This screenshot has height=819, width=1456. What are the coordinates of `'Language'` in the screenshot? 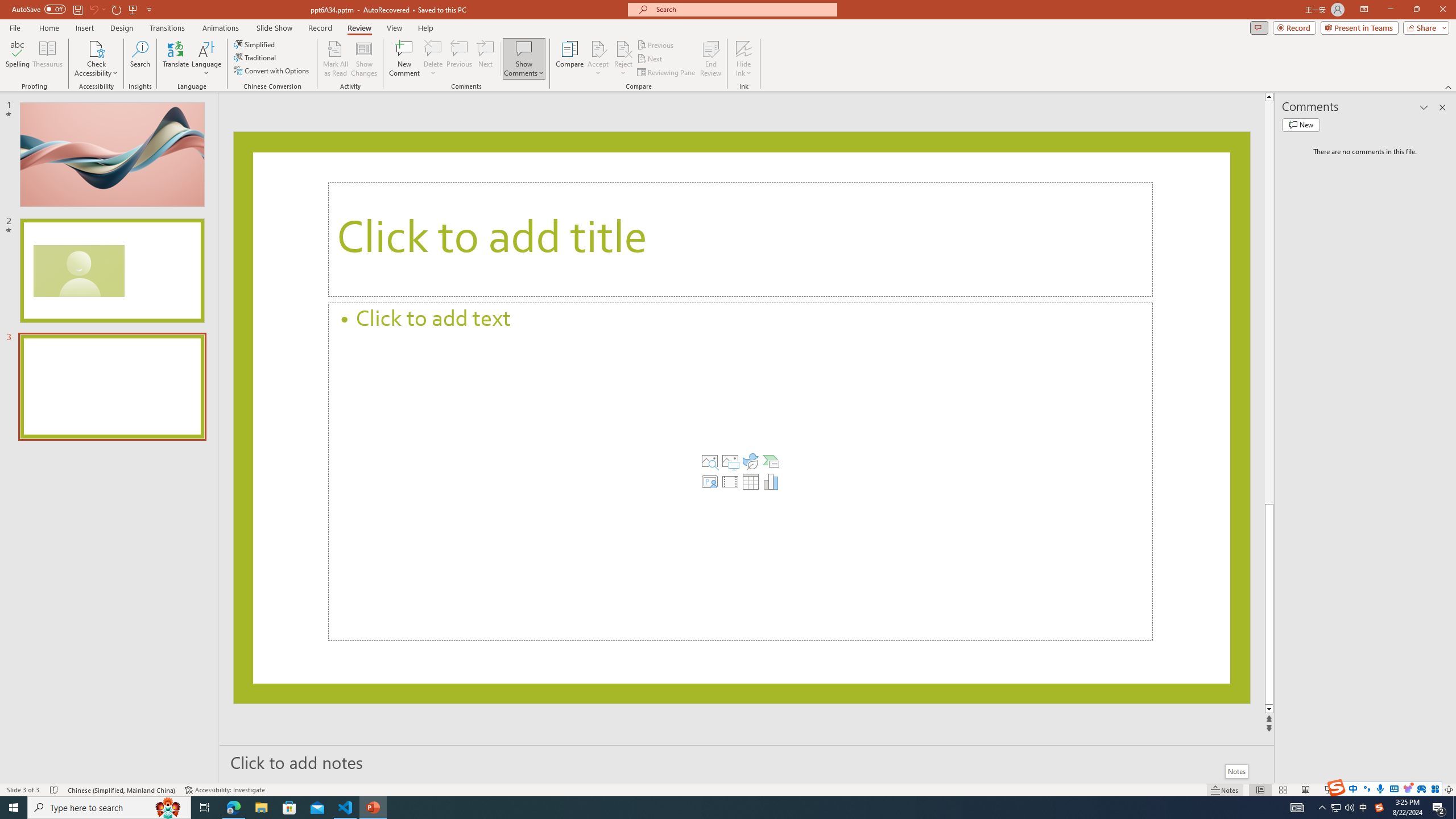 It's located at (206, 59).